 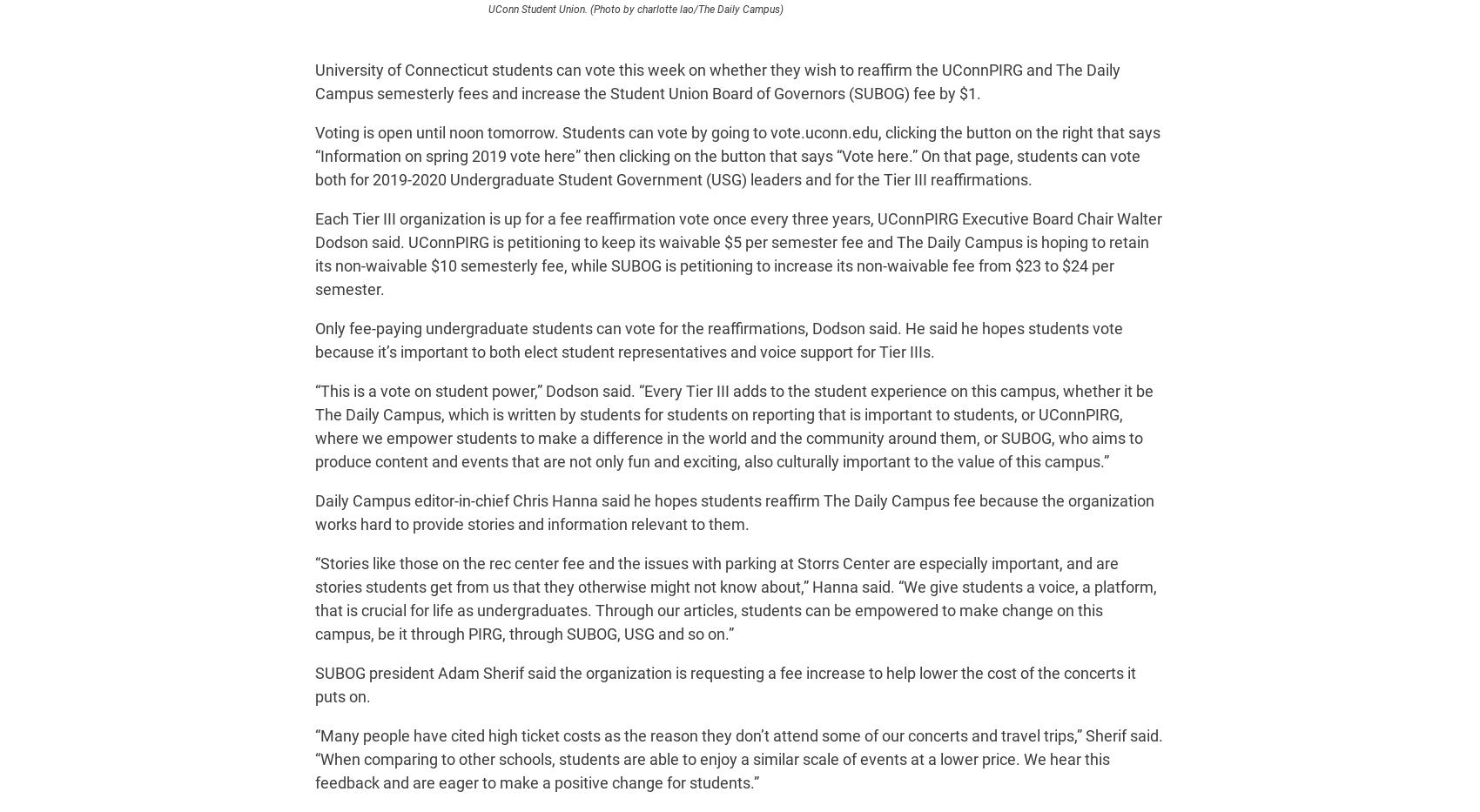 I want to click on '“This is a vote on student power,” Dodson said. “Every Tier III adds to the student experience on this campus, whether it be The Daily Campus, which is written by students for students on reporting that is important to students, or UConnPIRG, where we empower students to make a difference in the world and the community around them, or SUBOG, who aims to produce content and events that are not only fun and exciting, also culturally important to the value of this campus.”', so click(x=313, y=426).